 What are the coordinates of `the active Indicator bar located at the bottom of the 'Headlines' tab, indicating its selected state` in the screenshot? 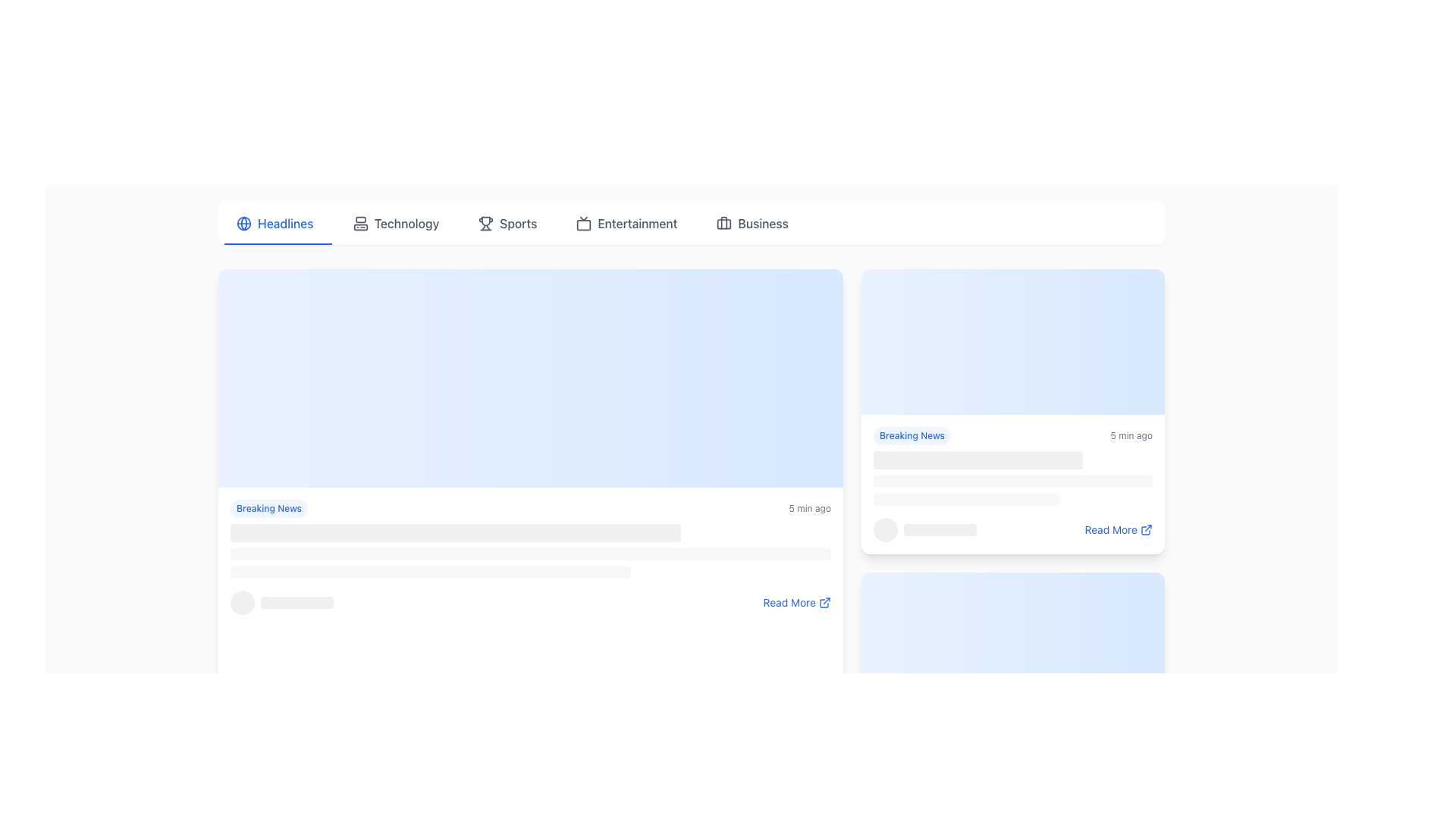 It's located at (278, 243).